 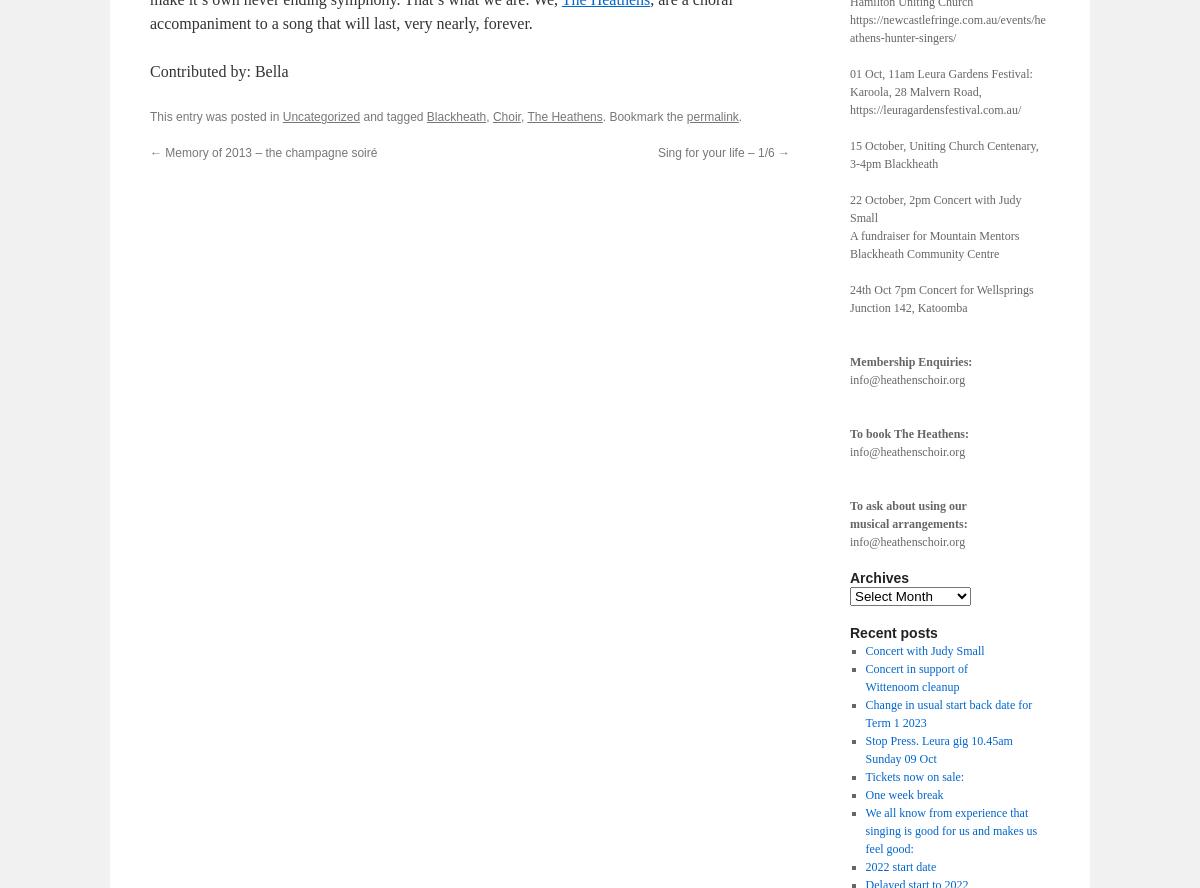 I want to click on 'A fundraiser for Mountain Mentors', so click(x=848, y=236).